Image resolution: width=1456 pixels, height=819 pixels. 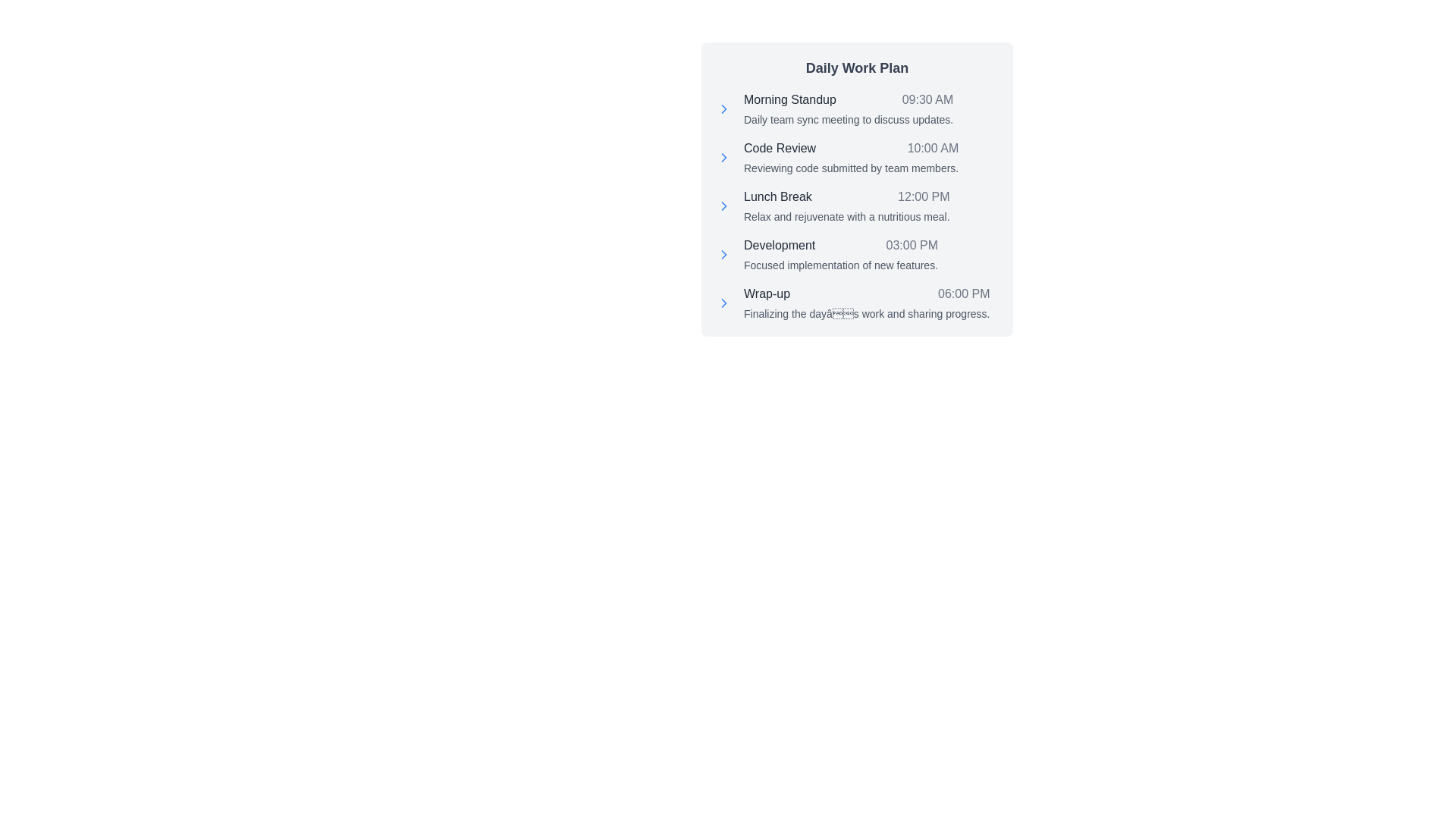 I want to click on descriptive text that summarizes the purpose of the 'Wrap-up' activity, located underneath the 'Wrap-up' title and time '06:00 PM', so click(x=867, y=312).